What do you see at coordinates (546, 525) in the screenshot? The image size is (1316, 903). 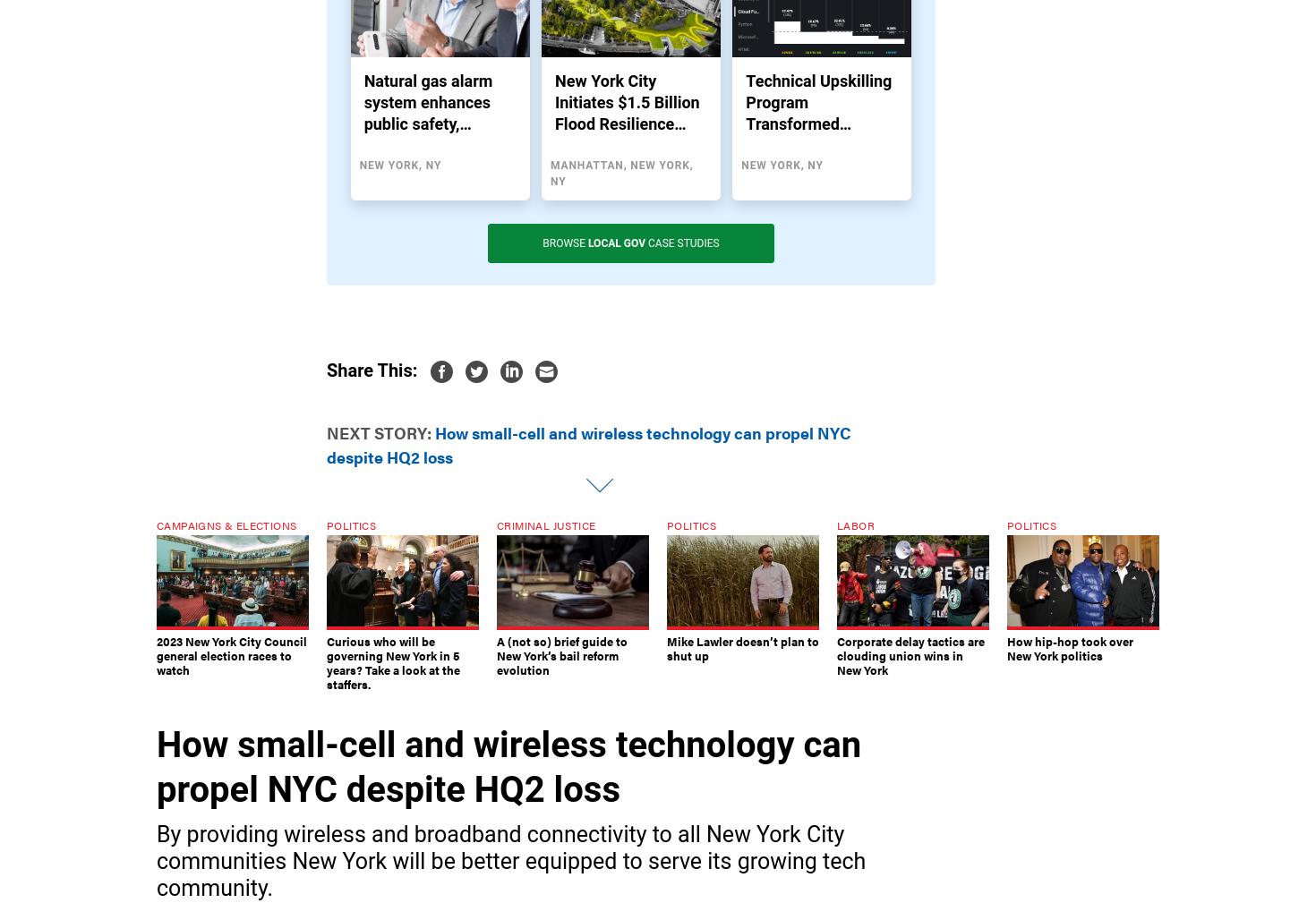 I see `'Criminal Justice'` at bounding box center [546, 525].